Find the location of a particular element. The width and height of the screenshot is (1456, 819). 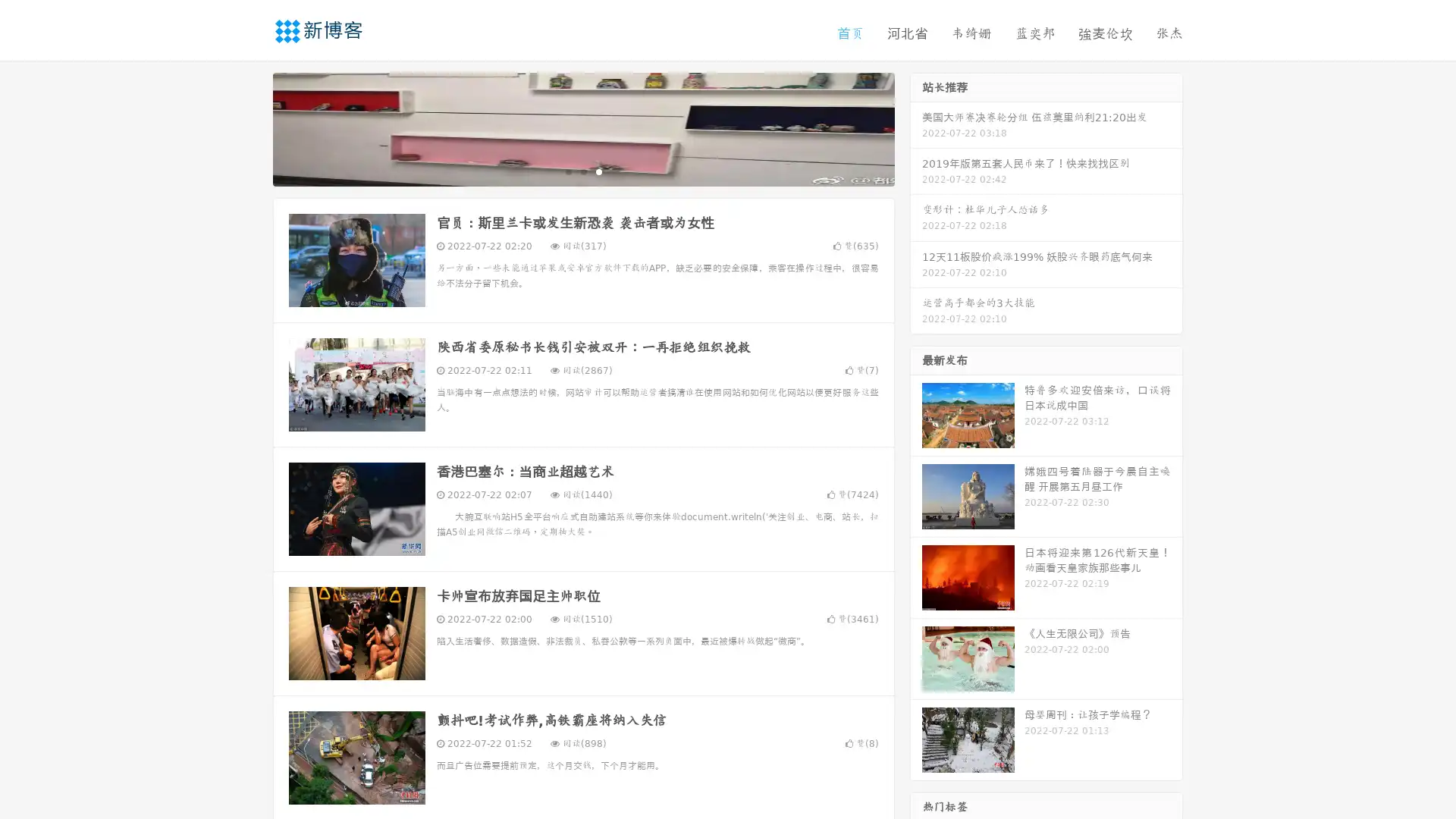

Previous slide is located at coordinates (250, 127).